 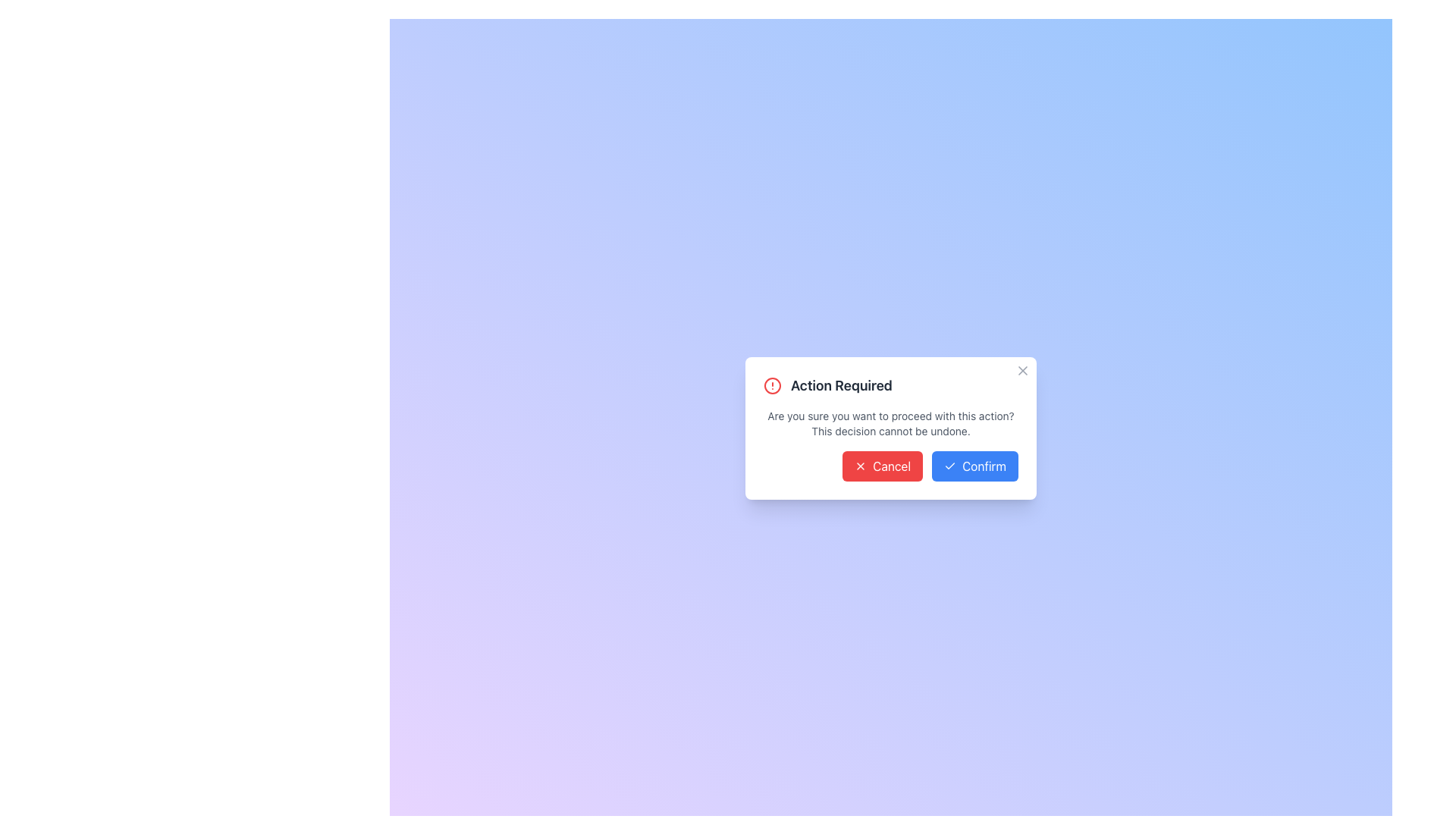 What do you see at coordinates (949, 465) in the screenshot?
I see `the Checkmark Icon located within the blue 'Confirm' button below the 'Action Required' dialog box` at bounding box center [949, 465].